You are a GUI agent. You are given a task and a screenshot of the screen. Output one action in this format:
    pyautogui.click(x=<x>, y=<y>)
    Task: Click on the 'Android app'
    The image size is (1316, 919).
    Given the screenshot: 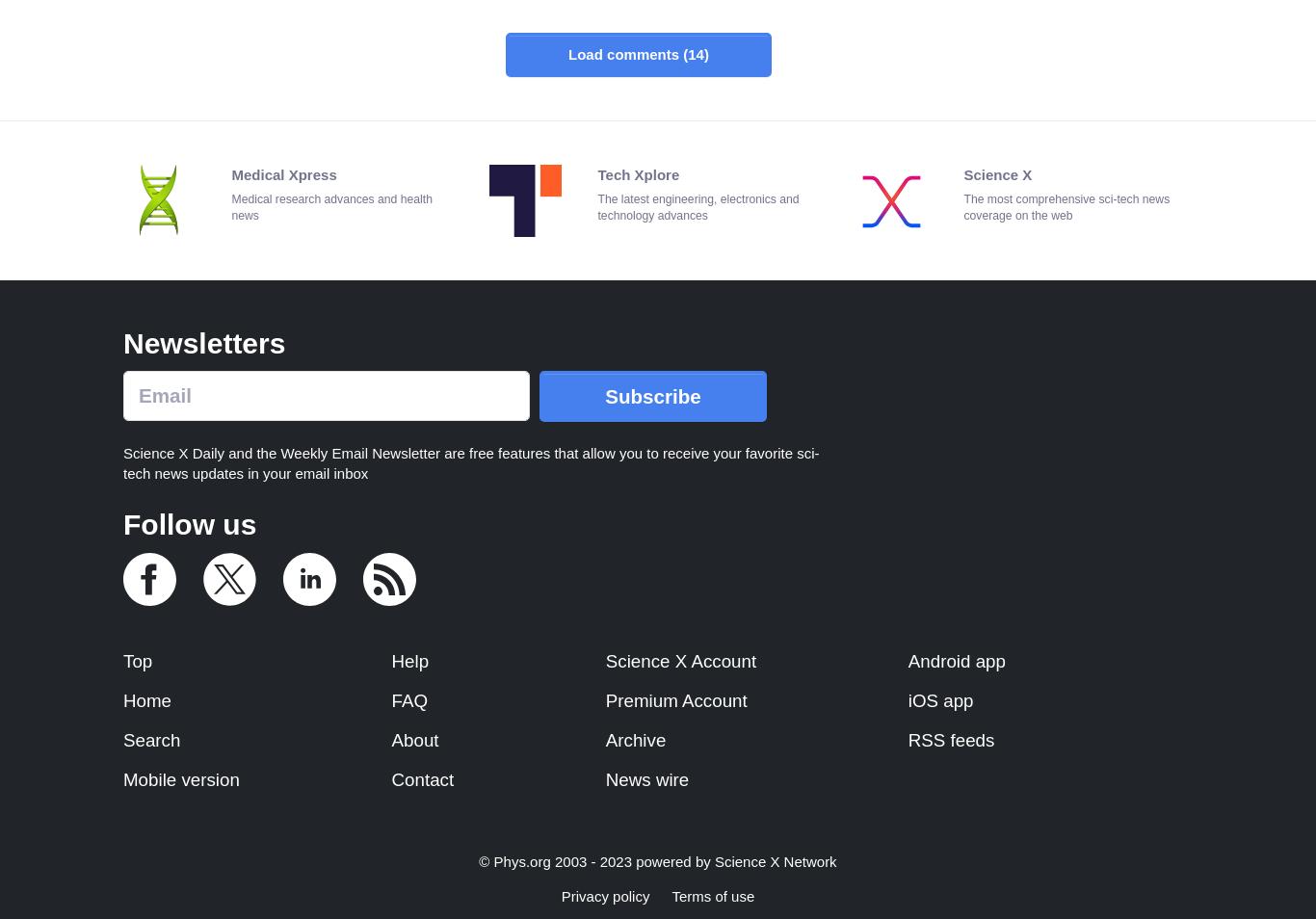 What is the action you would take?
    pyautogui.click(x=956, y=659)
    